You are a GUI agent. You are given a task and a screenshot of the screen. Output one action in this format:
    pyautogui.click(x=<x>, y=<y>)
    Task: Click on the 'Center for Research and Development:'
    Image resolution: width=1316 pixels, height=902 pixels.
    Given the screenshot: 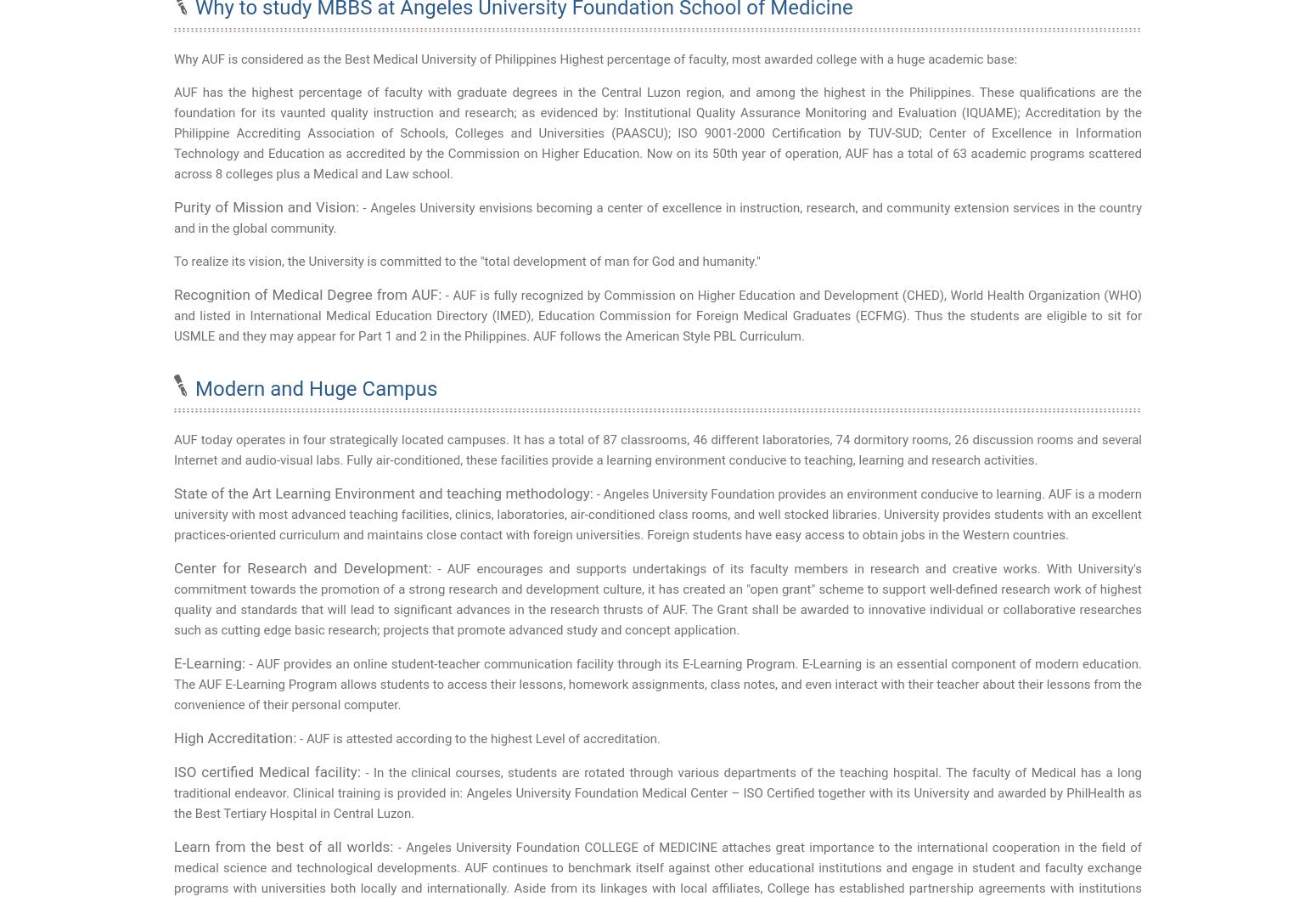 What is the action you would take?
    pyautogui.click(x=301, y=567)
    